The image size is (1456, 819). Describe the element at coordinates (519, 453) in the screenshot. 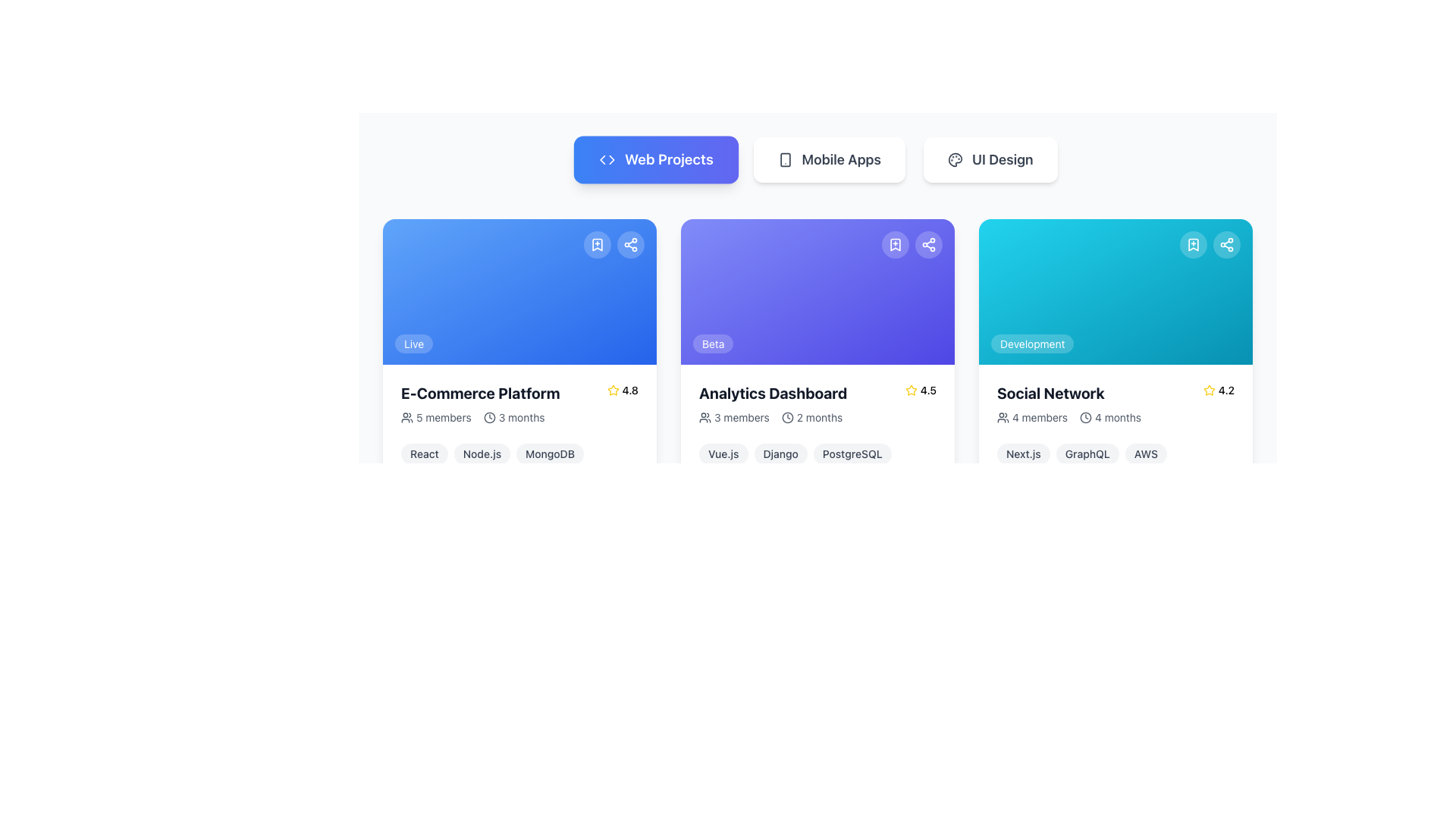

I see `each tag in the horizontal list of badges located in the 'E-Commerce Platform' card` at that location.